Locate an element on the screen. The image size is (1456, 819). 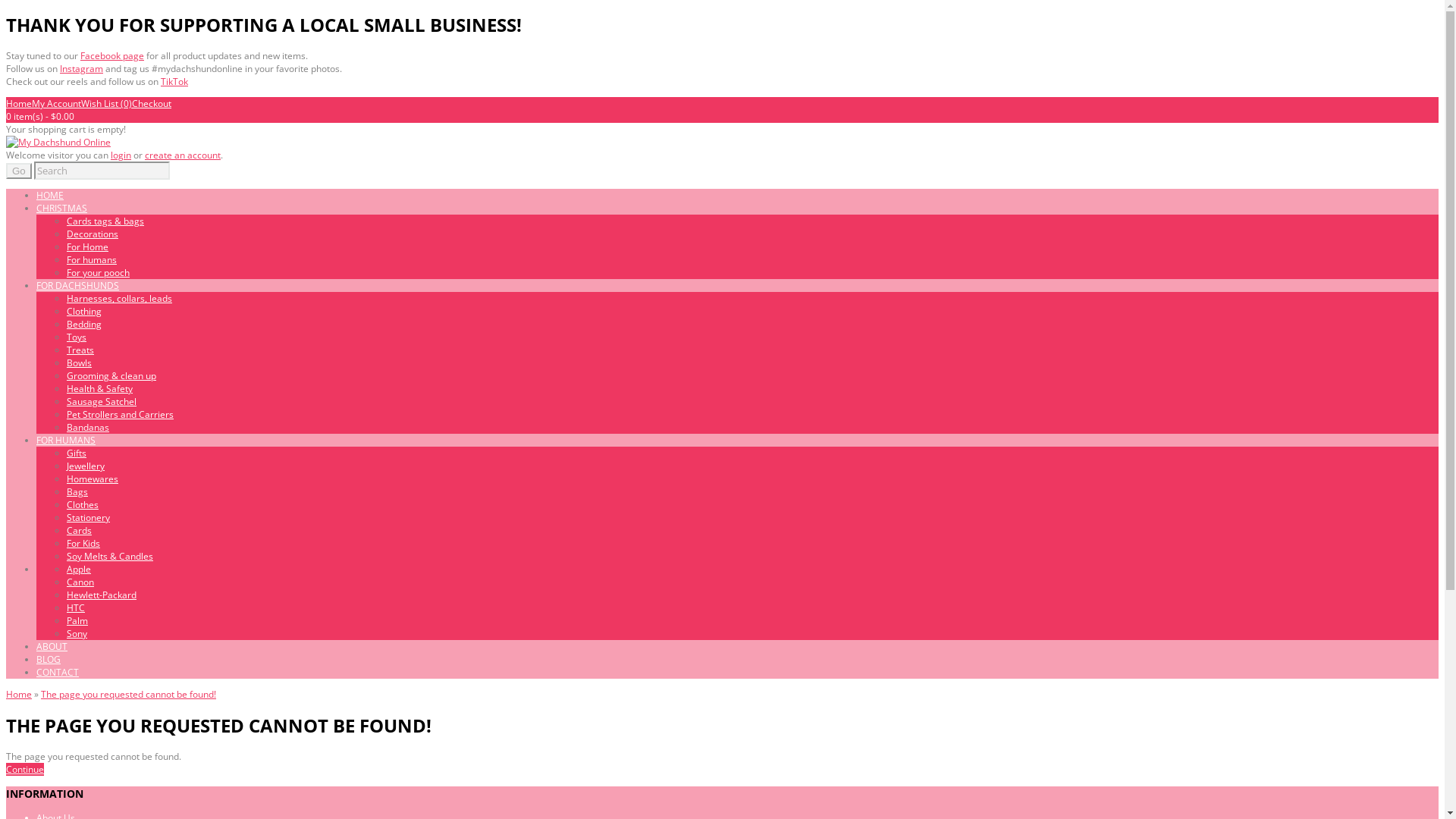
'Pet Strollers and Carriers' is located at coordinates (119, 414).